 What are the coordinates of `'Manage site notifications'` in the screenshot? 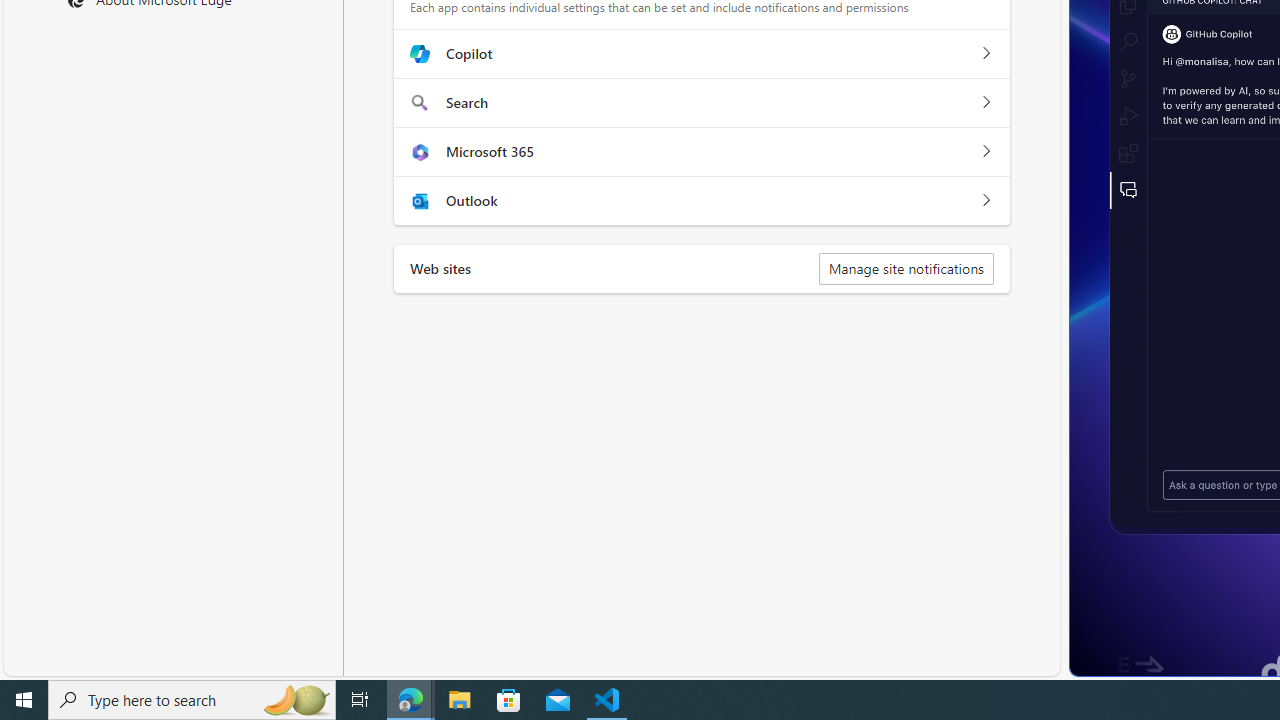 It's located at (905, 267).